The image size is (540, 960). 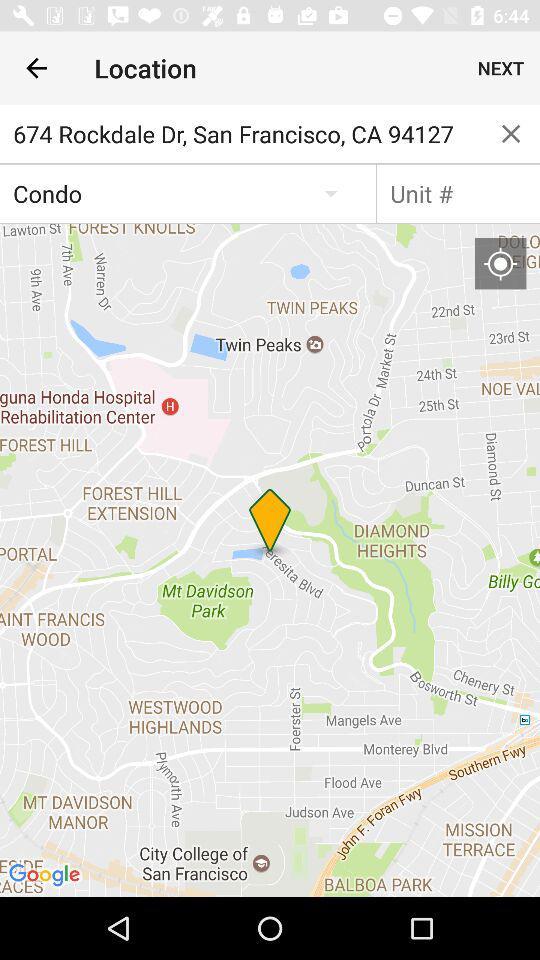 What do you see at coordinates (500, 68) in the screenshot?
I see `the item to the right of the location item` at bounding box center [500, 68].